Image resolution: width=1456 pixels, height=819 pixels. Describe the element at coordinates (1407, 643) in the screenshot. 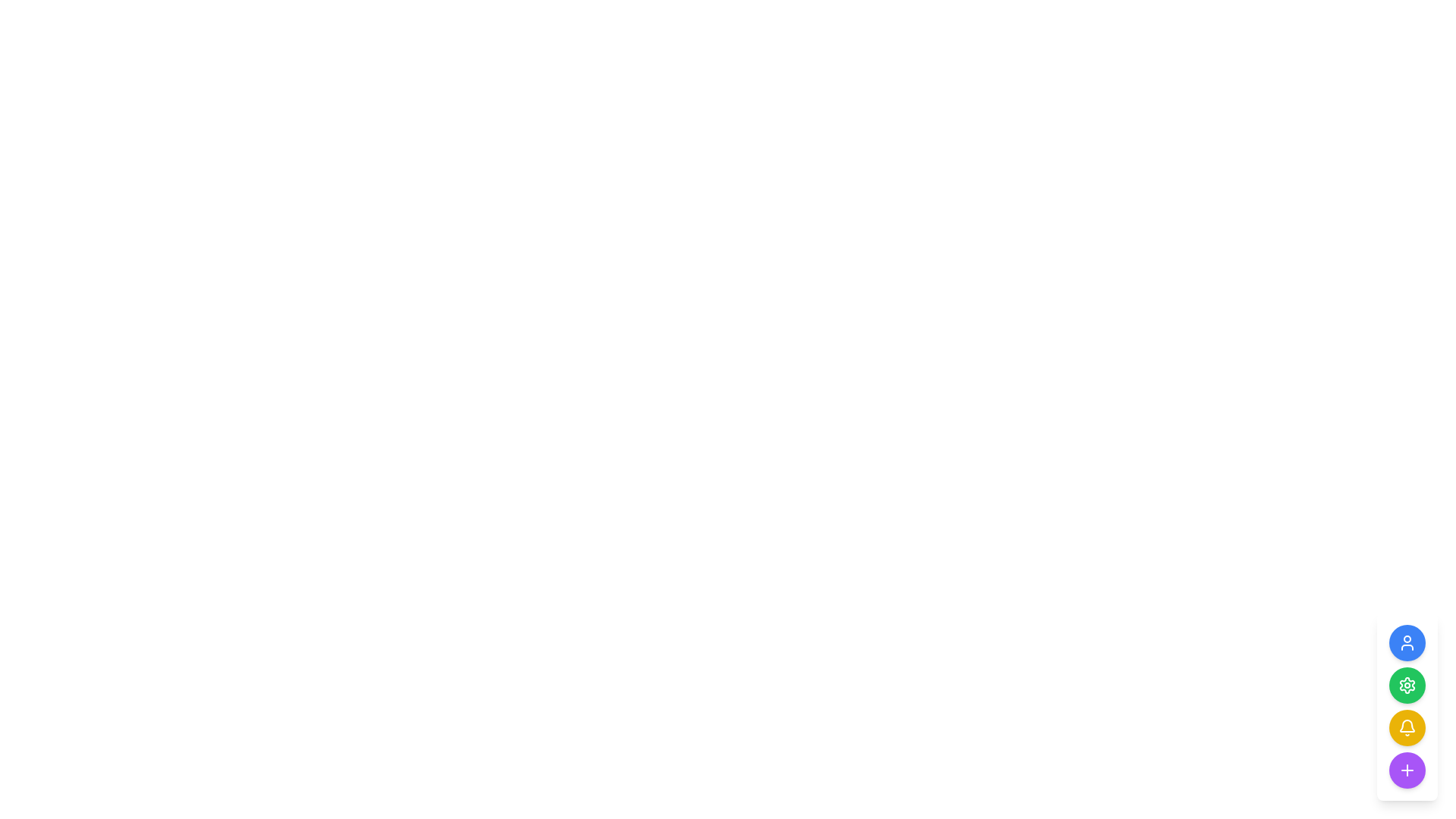

I see `the topmost circular button with a user or account-related icon on the right side of the application interface to observe any tooltip or hover effects` at that location.